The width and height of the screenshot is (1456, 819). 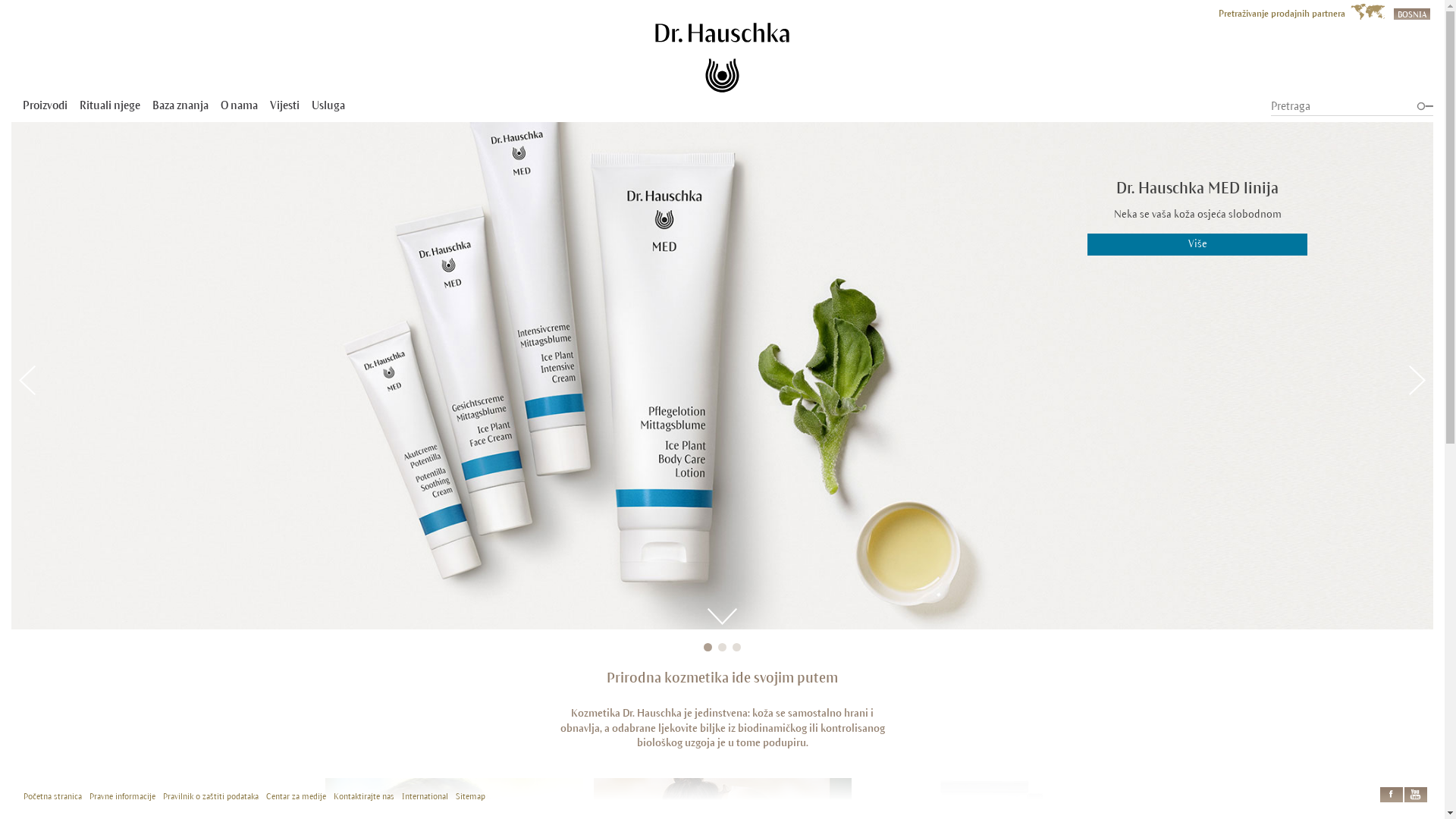 What do you see at coordinates (655, 57) in the screenshot?
I see `'Dr. Hauschka'` at bounding box center [655, 57].